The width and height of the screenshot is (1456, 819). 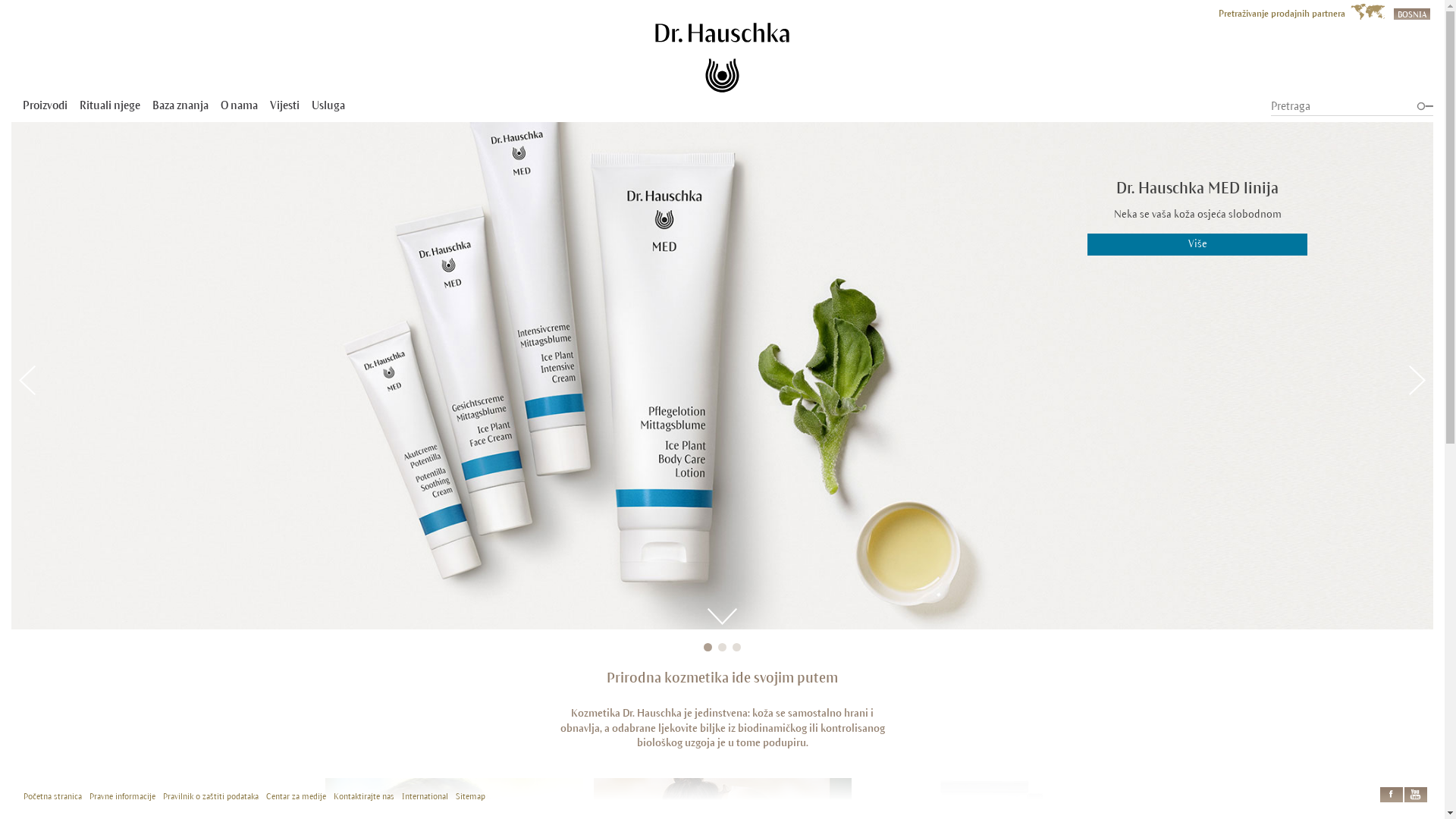 What do you see at coordinates (655, 57) in the screenshot?
I see `'Dr. Hauschka'` at bounding box center [655, 57].